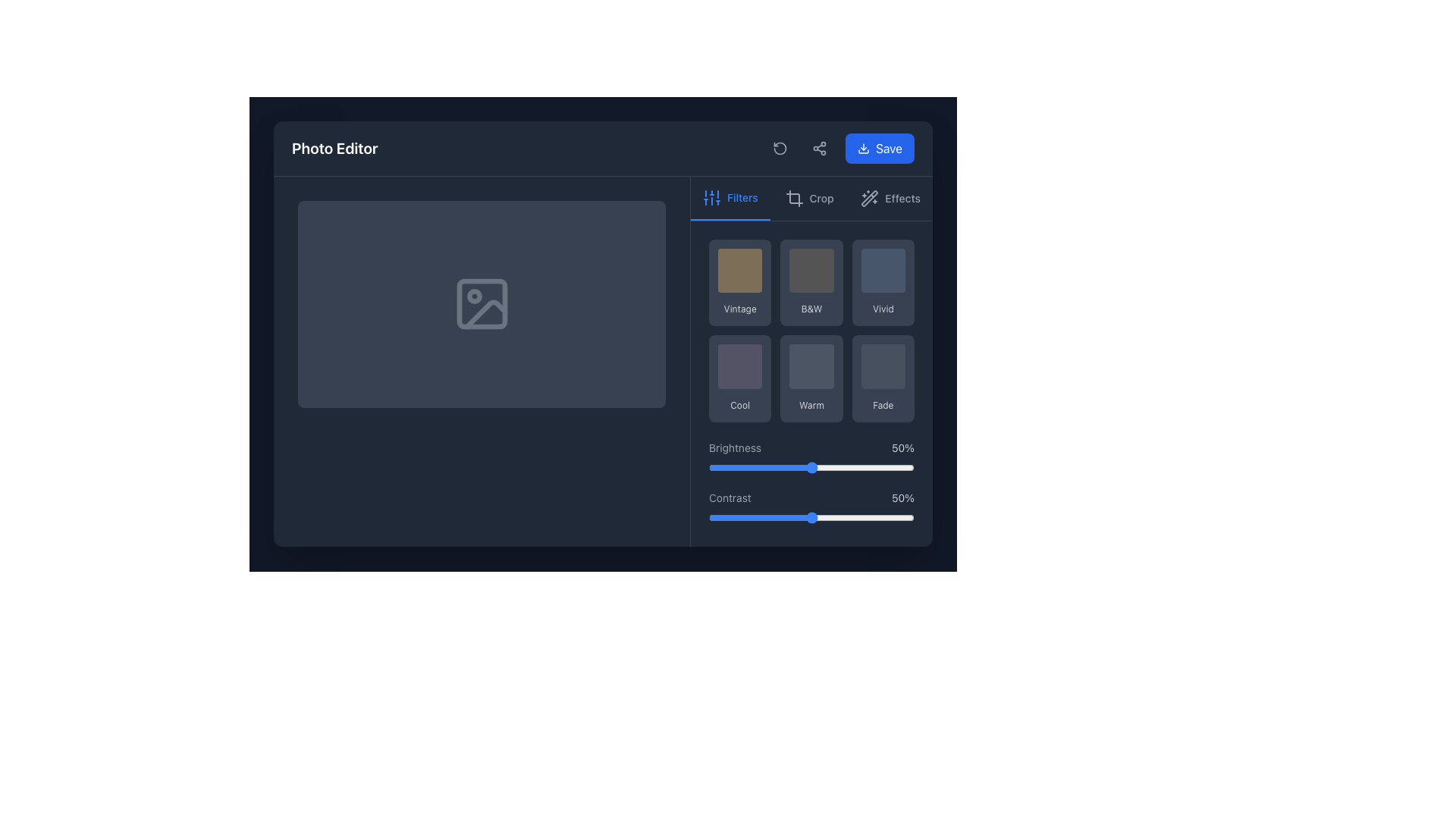 The height and width of the screenshot is (819, 1456). What do you see at coordinates (770, 516) in the screenshot?
I see `the contrast` at bounding box center [770, 516].